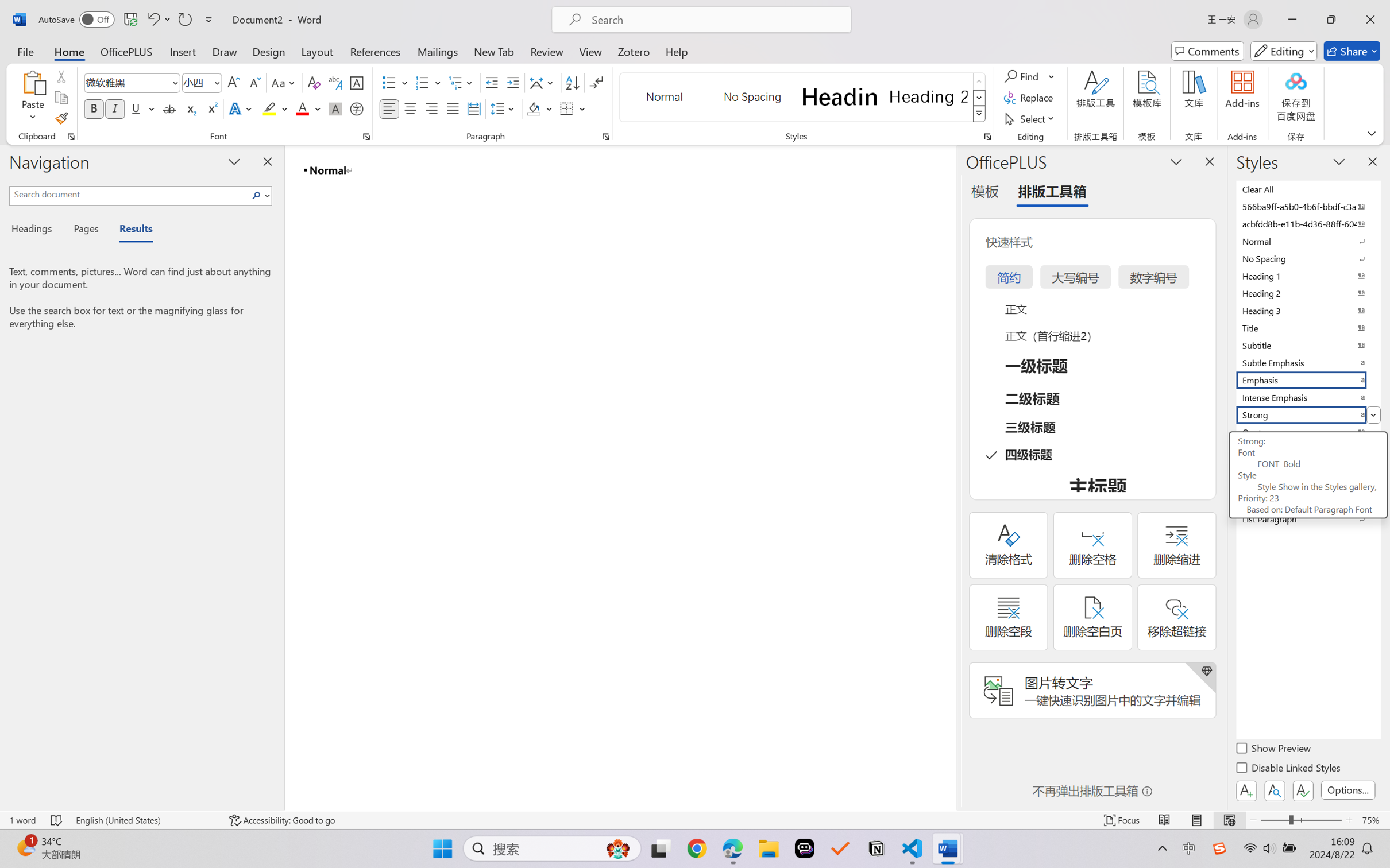  I want to click on 'Borders', so click(567, 108).